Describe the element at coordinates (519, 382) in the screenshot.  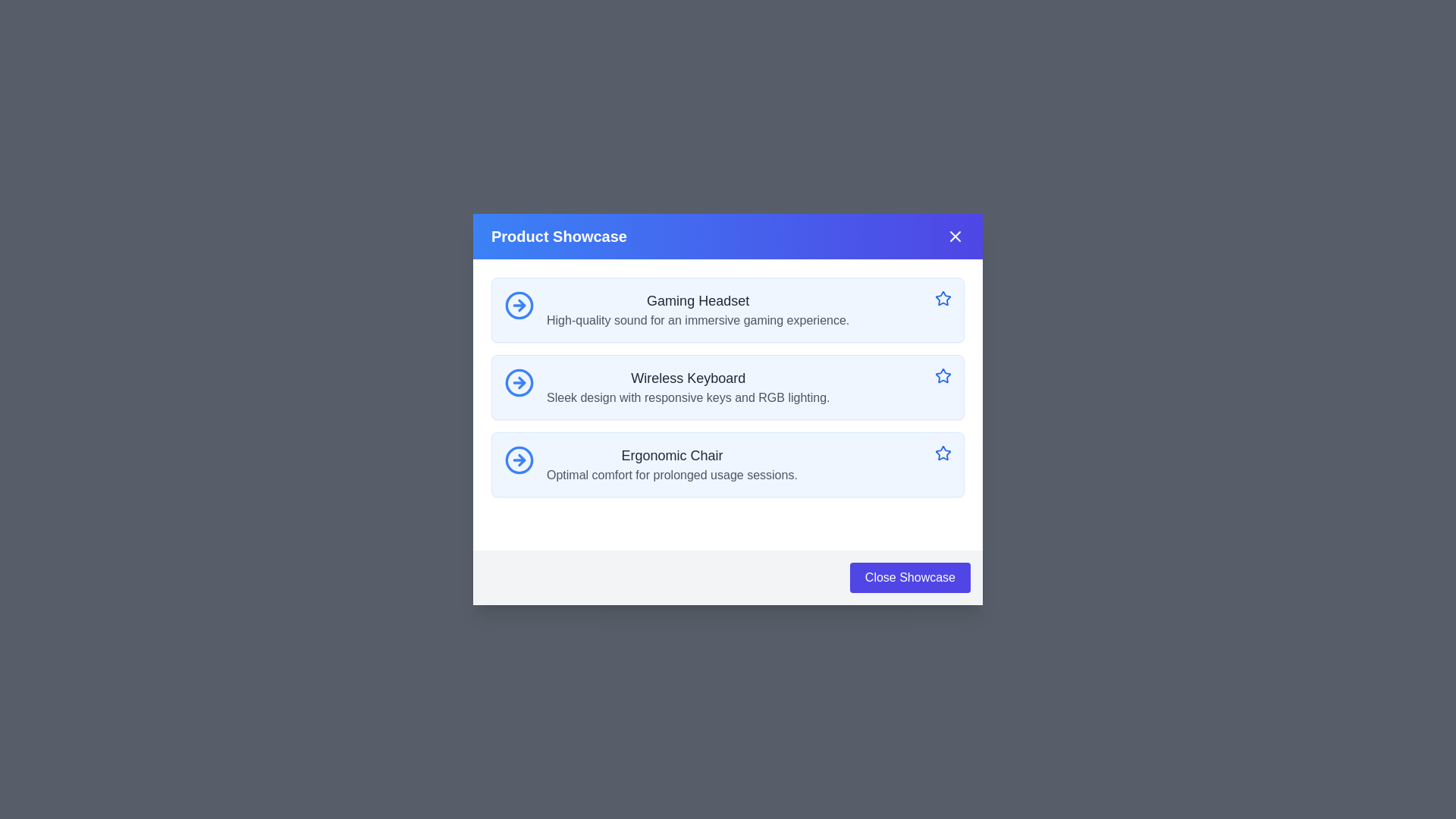
I see `the rightward arrow icon enclosed in a circular border, styled in blue, located beside the 'Wireless Keyboard' product title and description` at that location.